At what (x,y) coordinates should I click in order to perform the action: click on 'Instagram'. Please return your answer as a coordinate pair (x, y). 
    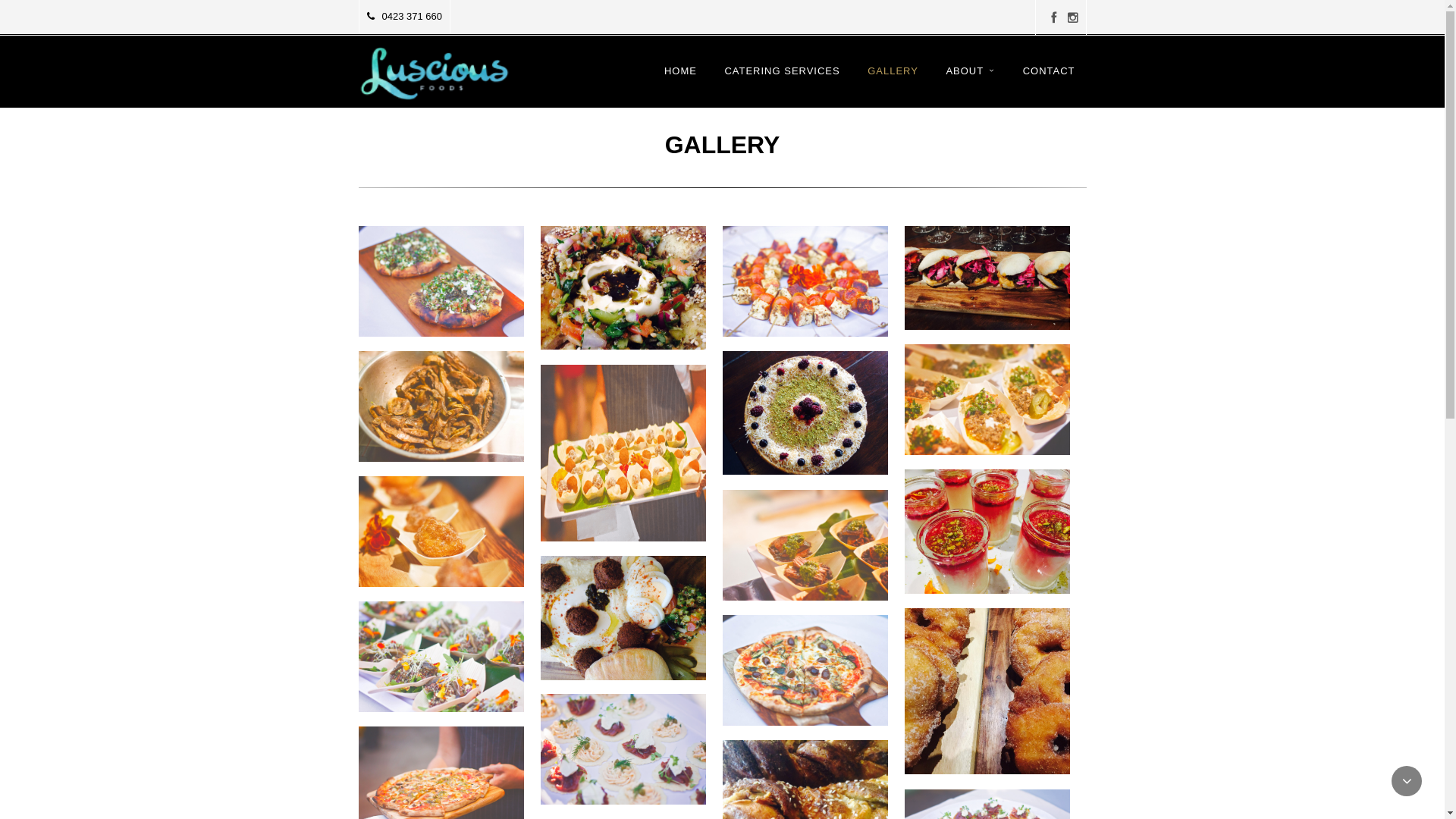
    Looking at the image, I should click on (1072, 17).